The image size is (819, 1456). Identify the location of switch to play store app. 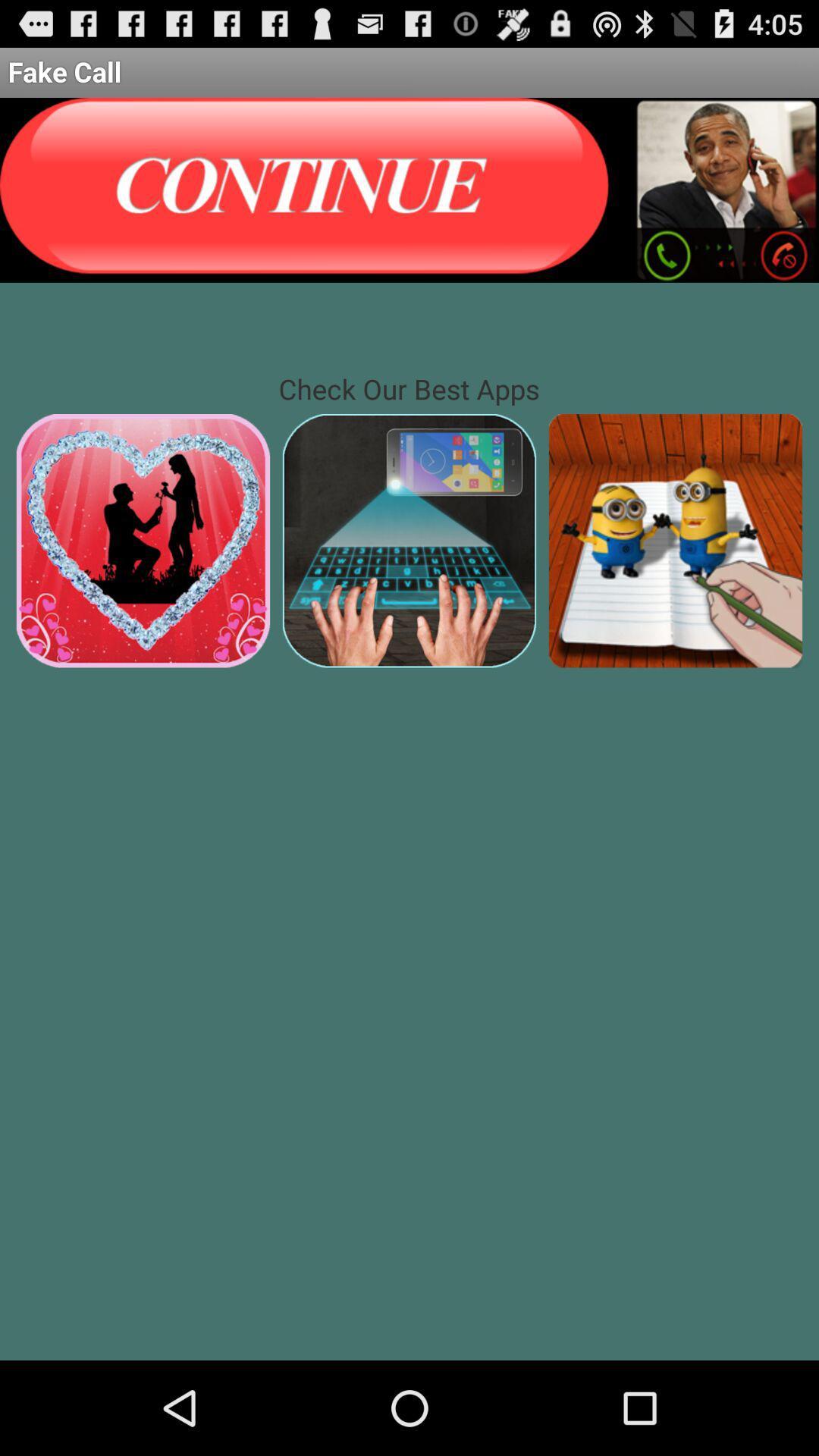
(409, 541).